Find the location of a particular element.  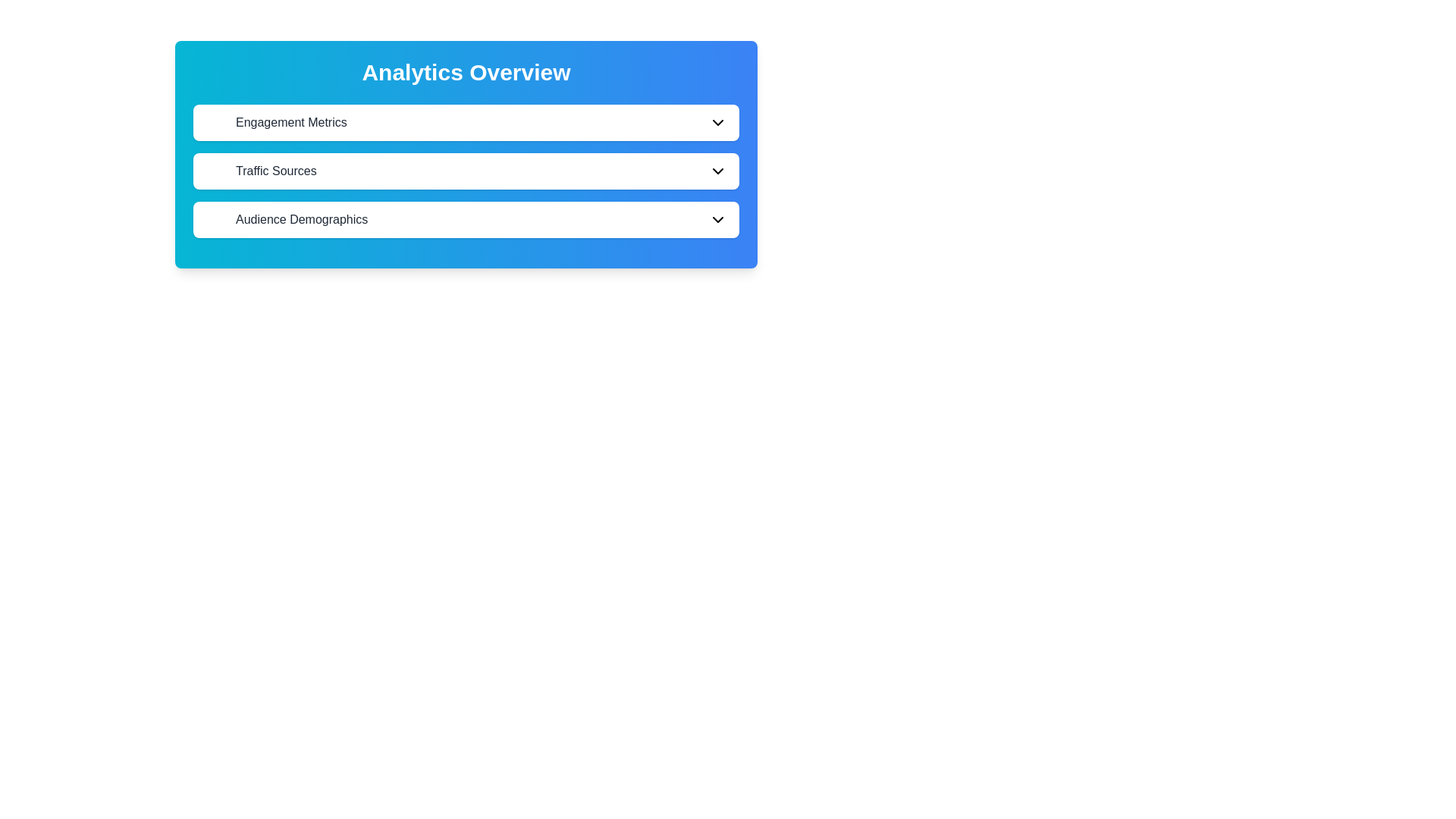

text from the 'Audience Demographics' Text Label element, which is displayed in medium-weight gray font at the bottom of the list in the 'Analytics Overview' section is located at coordinates (302, 219).